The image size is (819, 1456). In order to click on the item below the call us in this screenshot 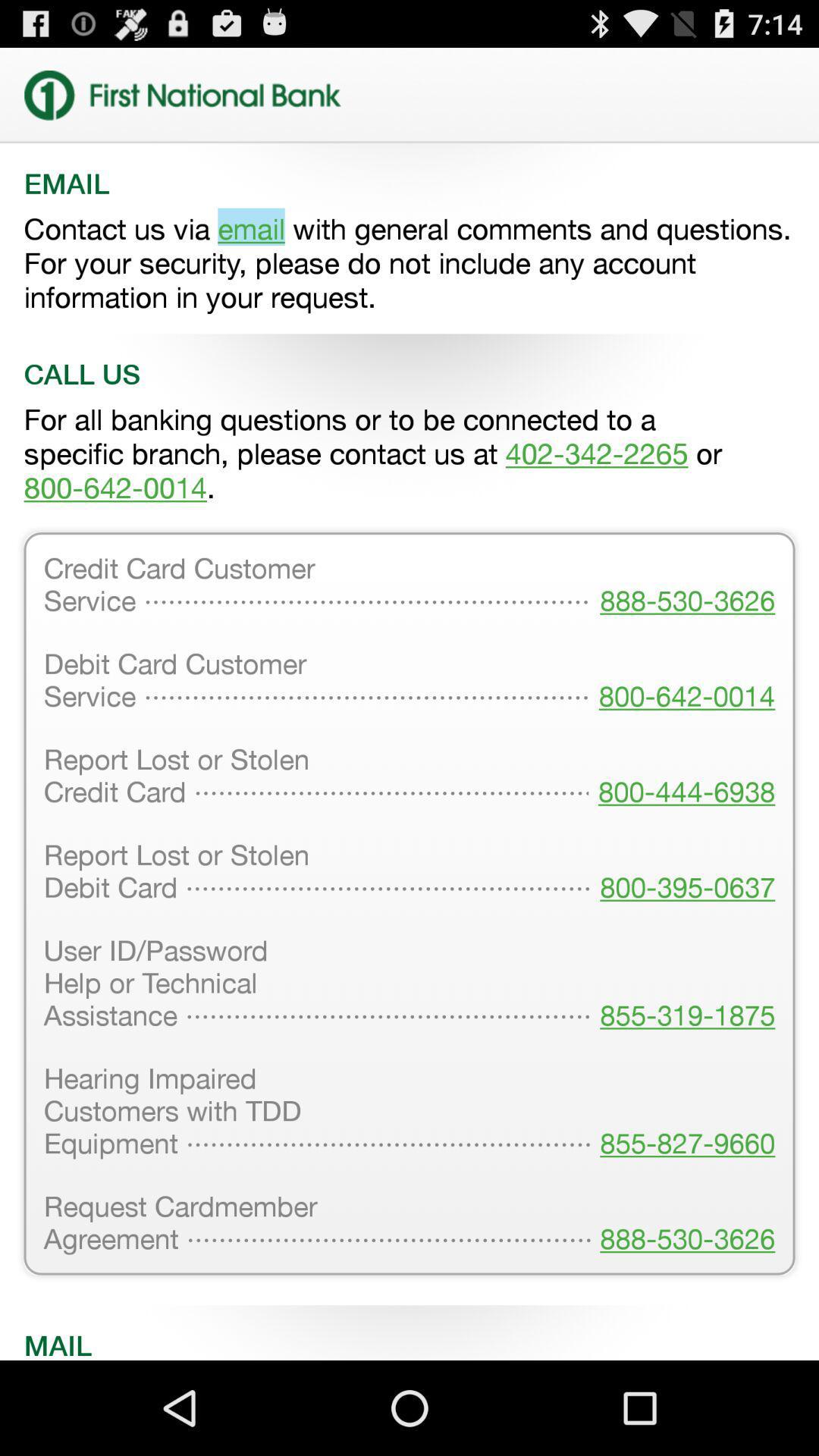, I will do `click(409, 453)`.